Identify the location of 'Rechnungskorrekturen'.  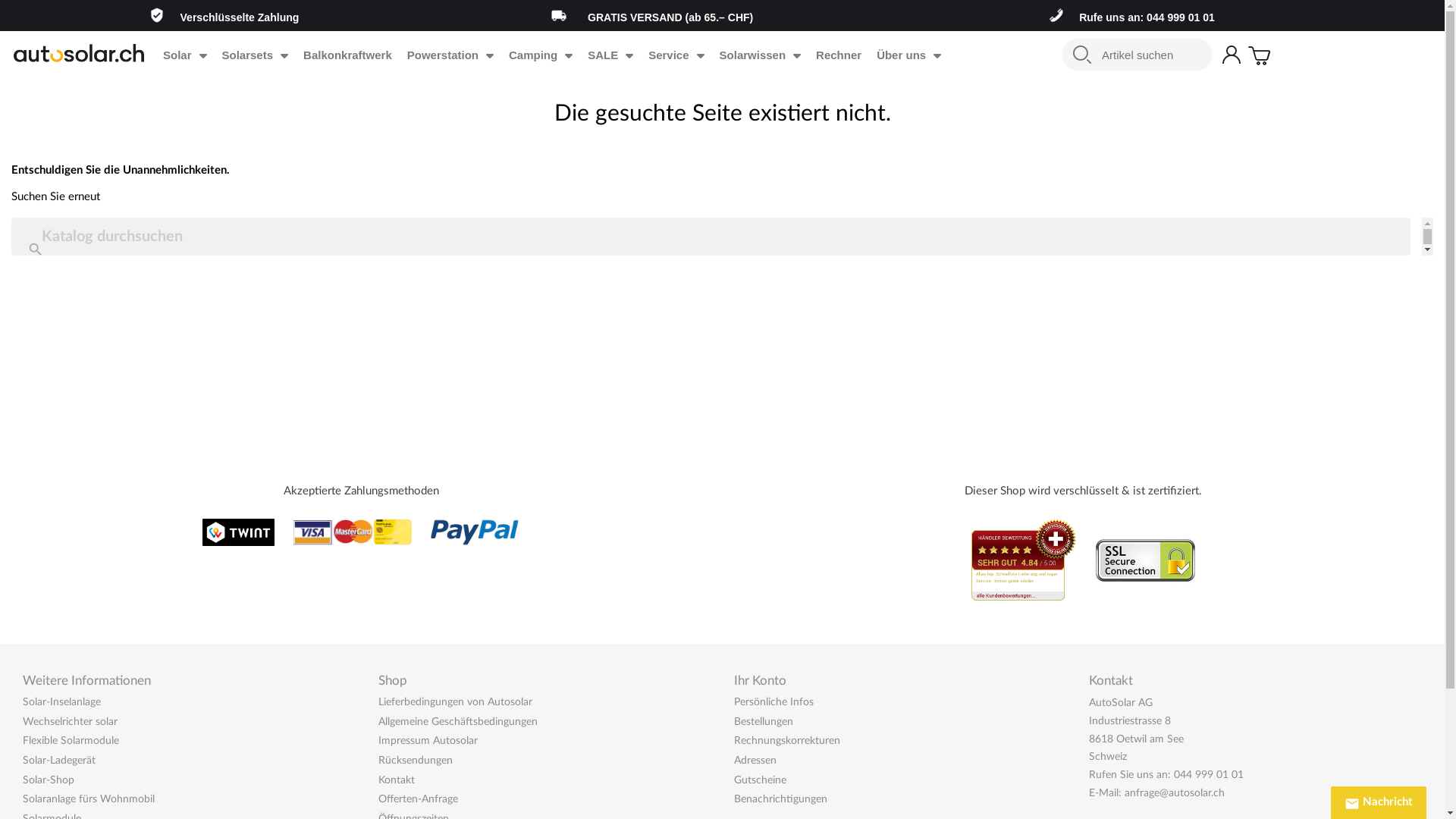
(786, 739).